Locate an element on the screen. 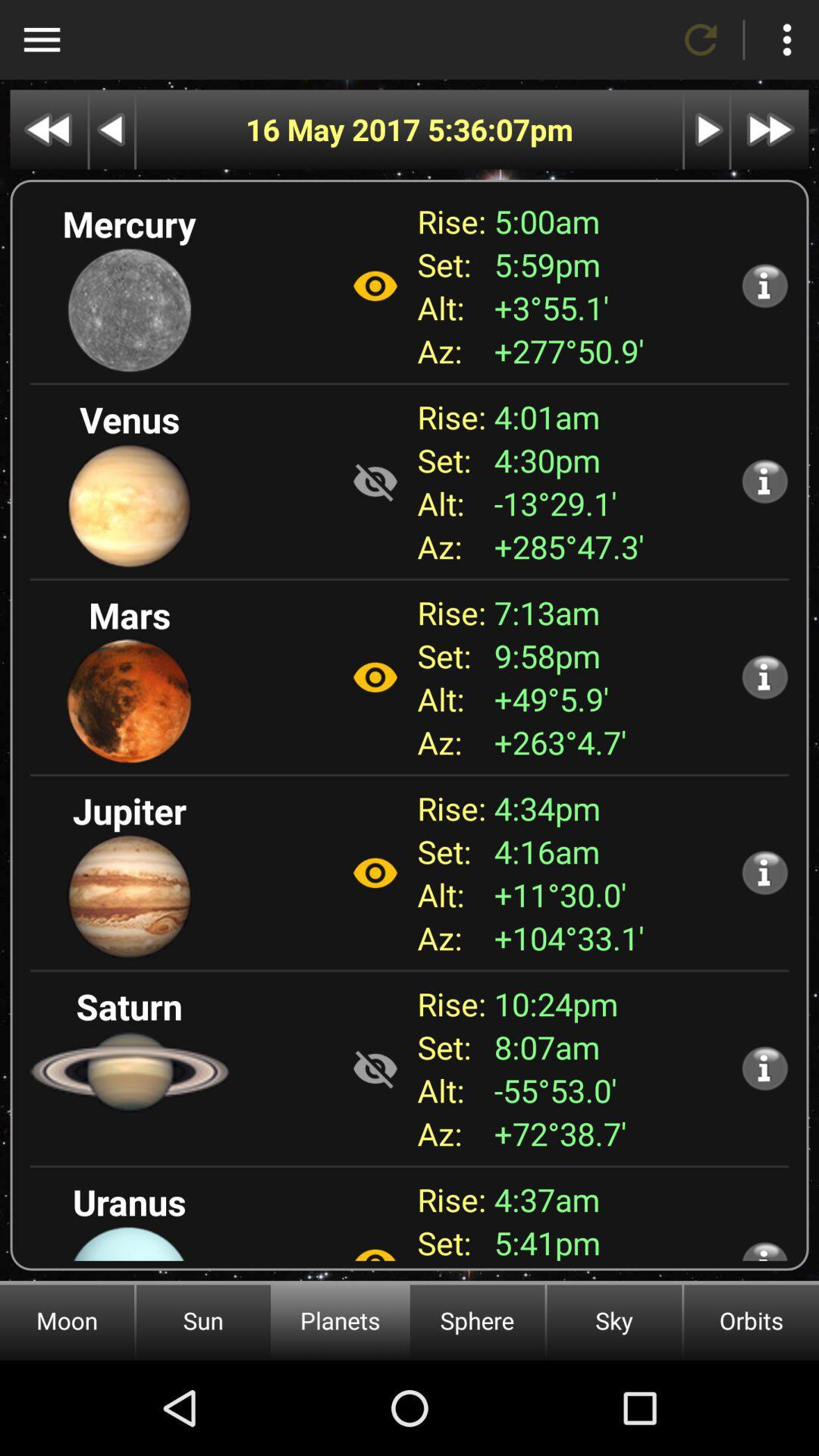 The width and height of the screenshot is (819, 1456). notification is located at coordinates (764, 1067).